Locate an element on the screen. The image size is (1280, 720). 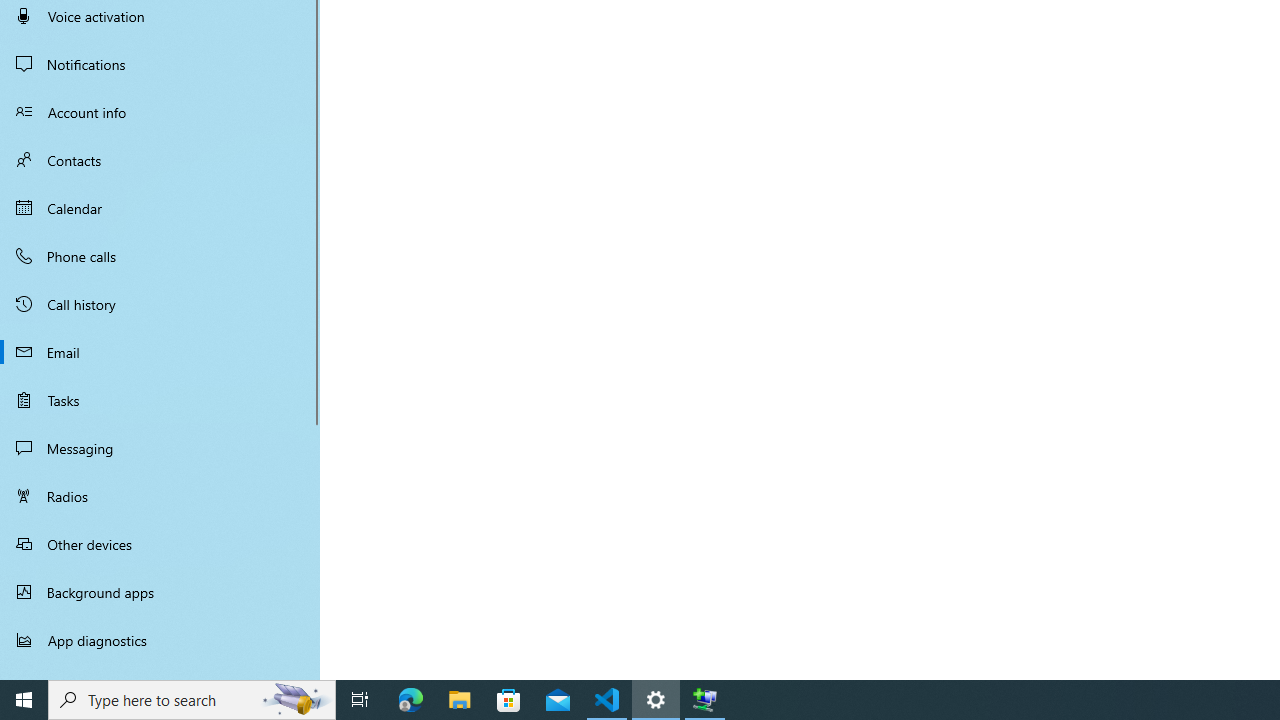
'Microsoft Edge' is located at coordinates (410, 698).